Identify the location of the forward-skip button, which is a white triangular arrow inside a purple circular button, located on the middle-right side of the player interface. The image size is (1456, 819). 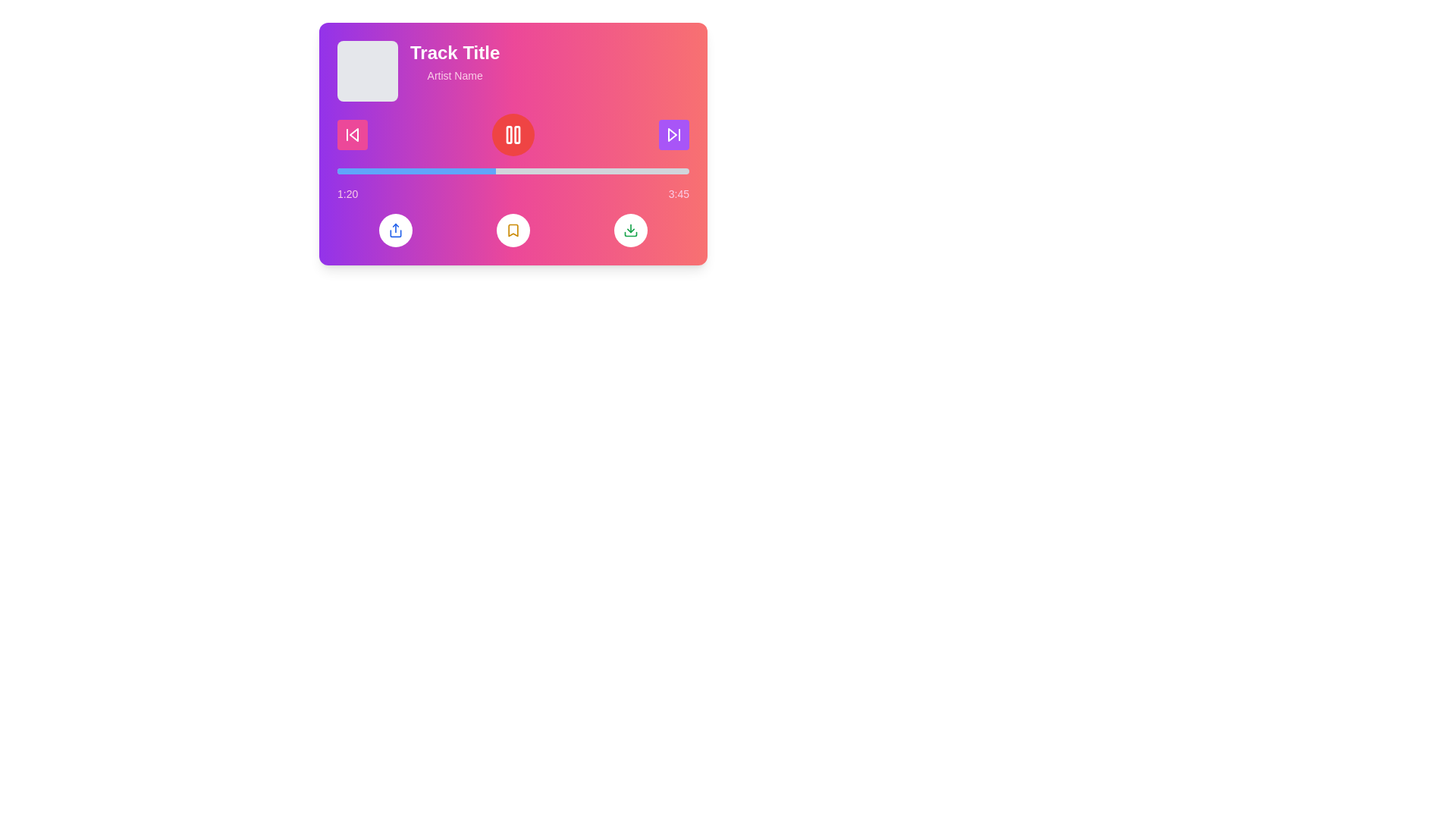
(673, 133).